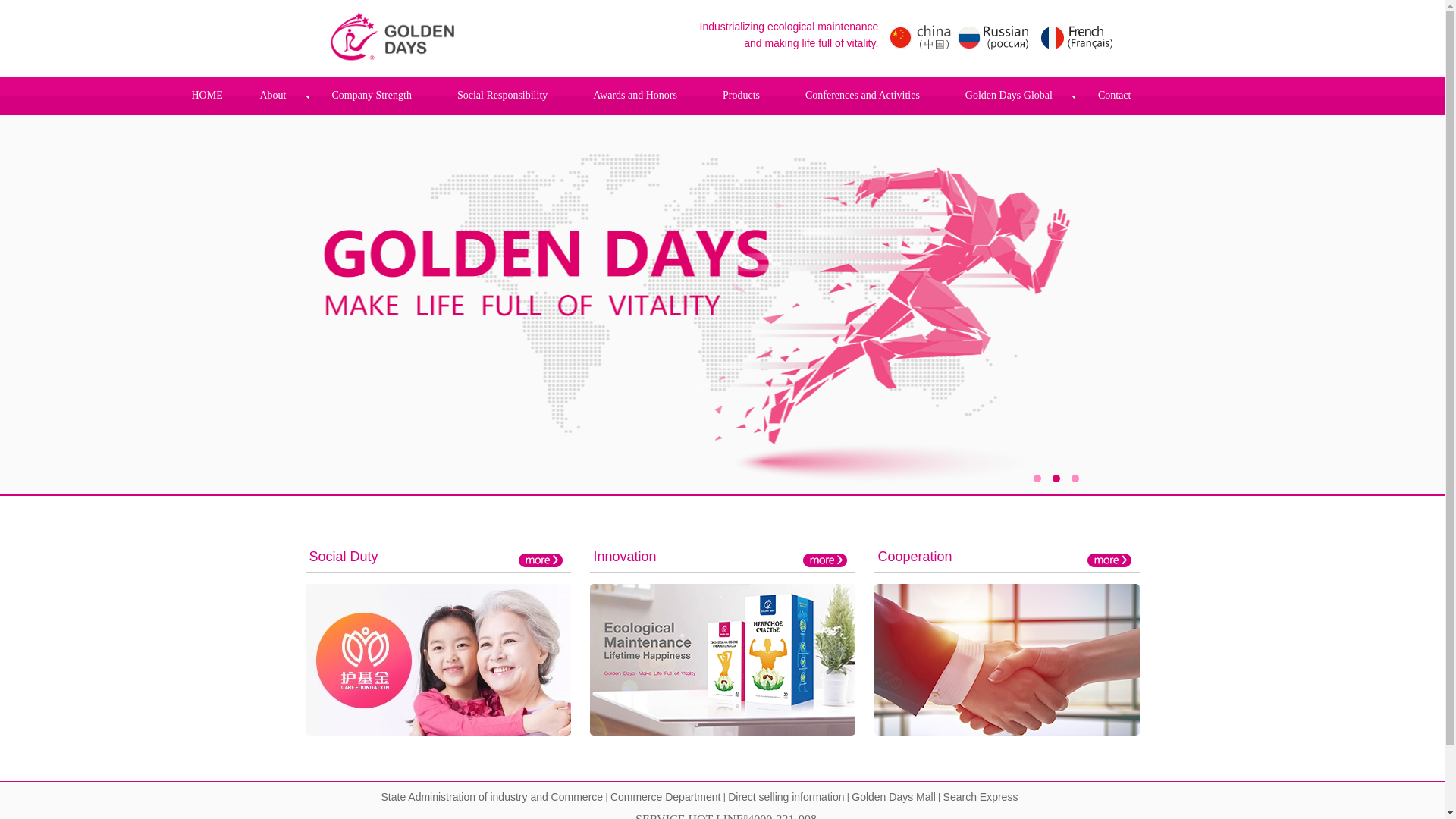 This screenshot has height=819, width=1456. Describe the element at coordinates (914, 556) in the screenshot. I see `'Cooperation'` at that location.